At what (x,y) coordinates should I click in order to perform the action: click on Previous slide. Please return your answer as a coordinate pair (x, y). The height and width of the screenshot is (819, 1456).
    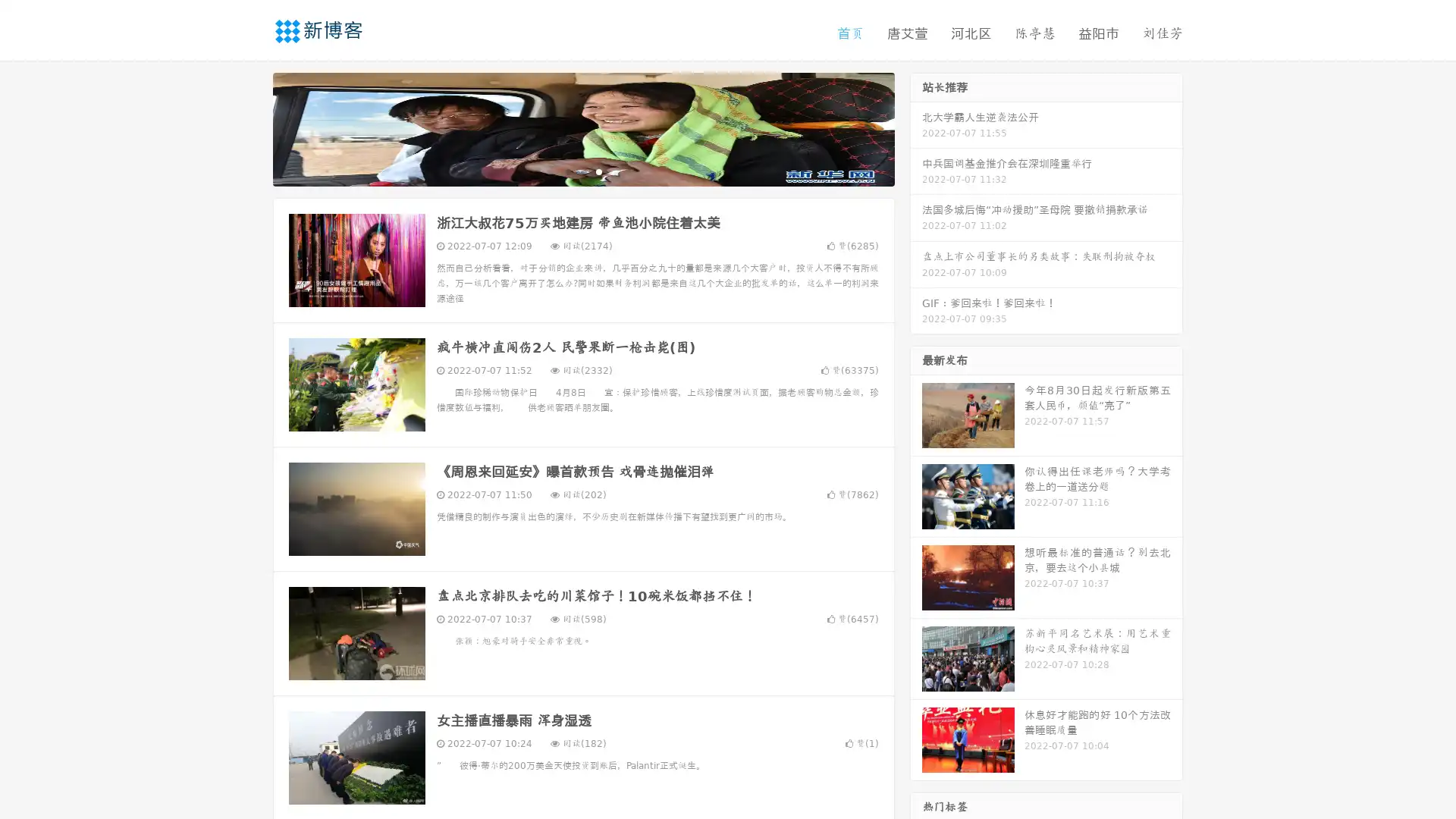
    Looking at the image, I should click on (250, 127).